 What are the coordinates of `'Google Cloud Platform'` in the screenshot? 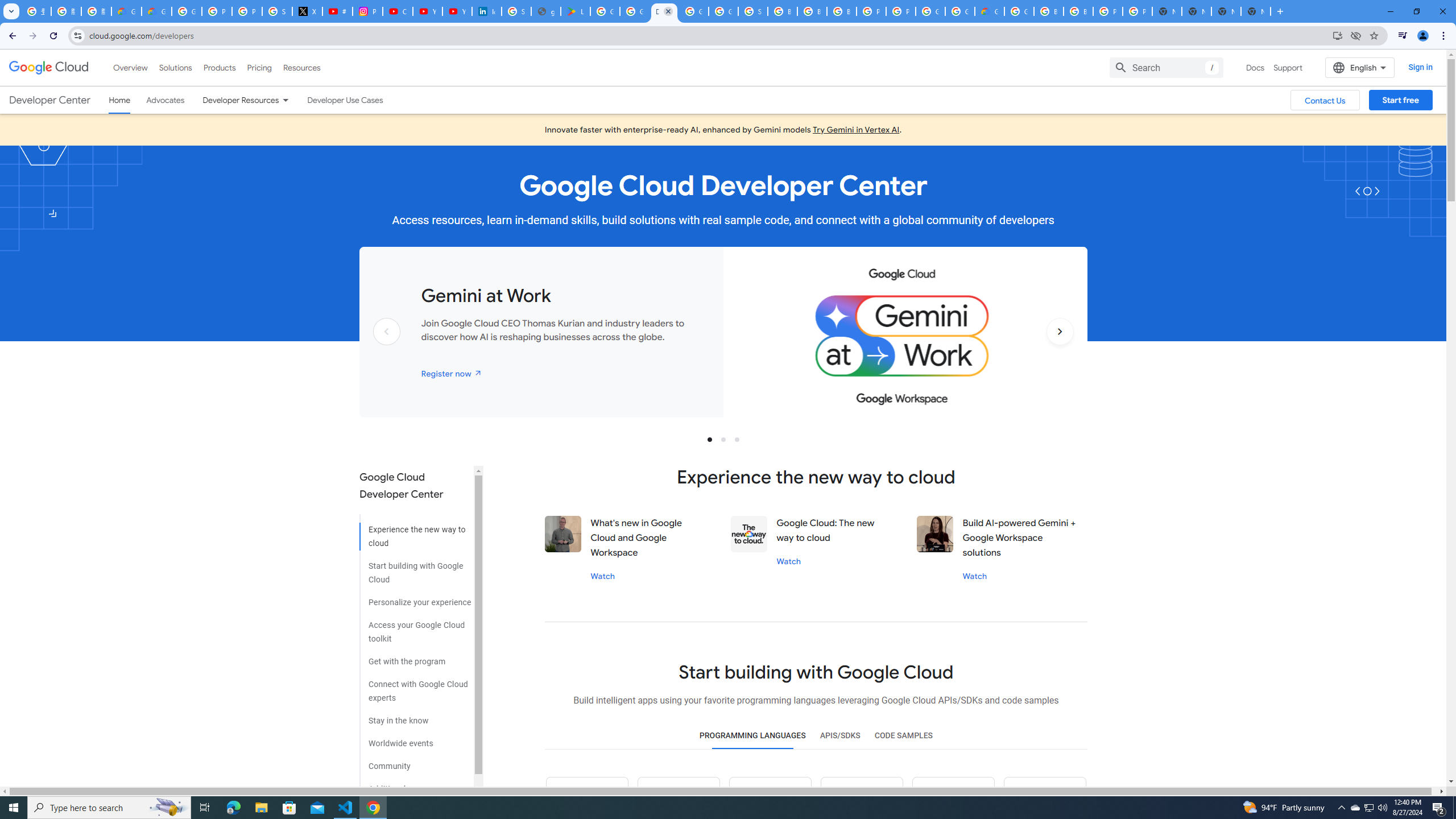 It's located at (959, 11).